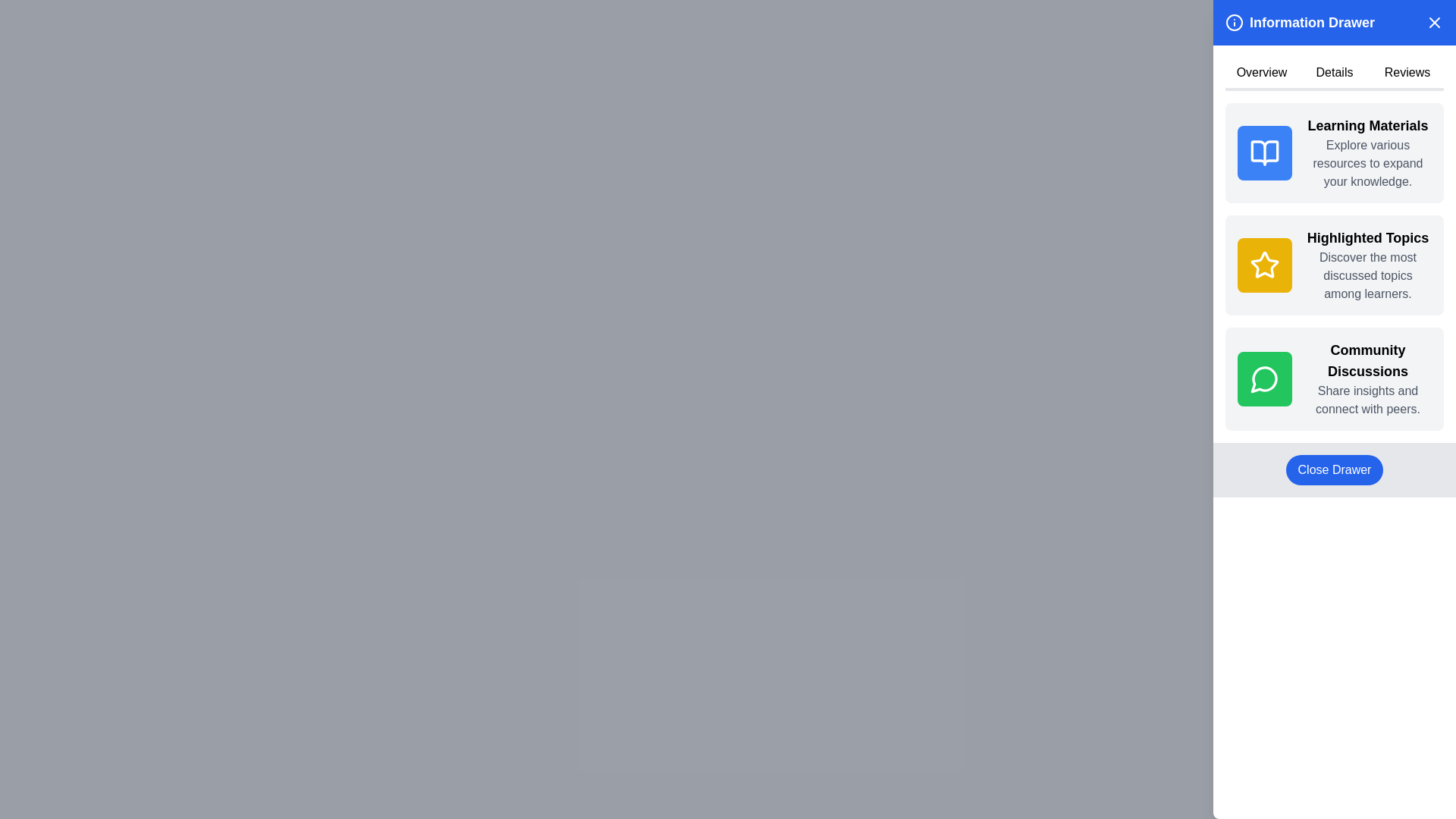 Image resolution: width=1456 pixels, height=819 pixels. What do you see at coordinates (1234, 23) in the screenshot?
I see `the circular information icon with a blue background and white 'i' symbol, located at the top-left corner of the 'Information Drawer' section` at bounding box center [1234, 23].